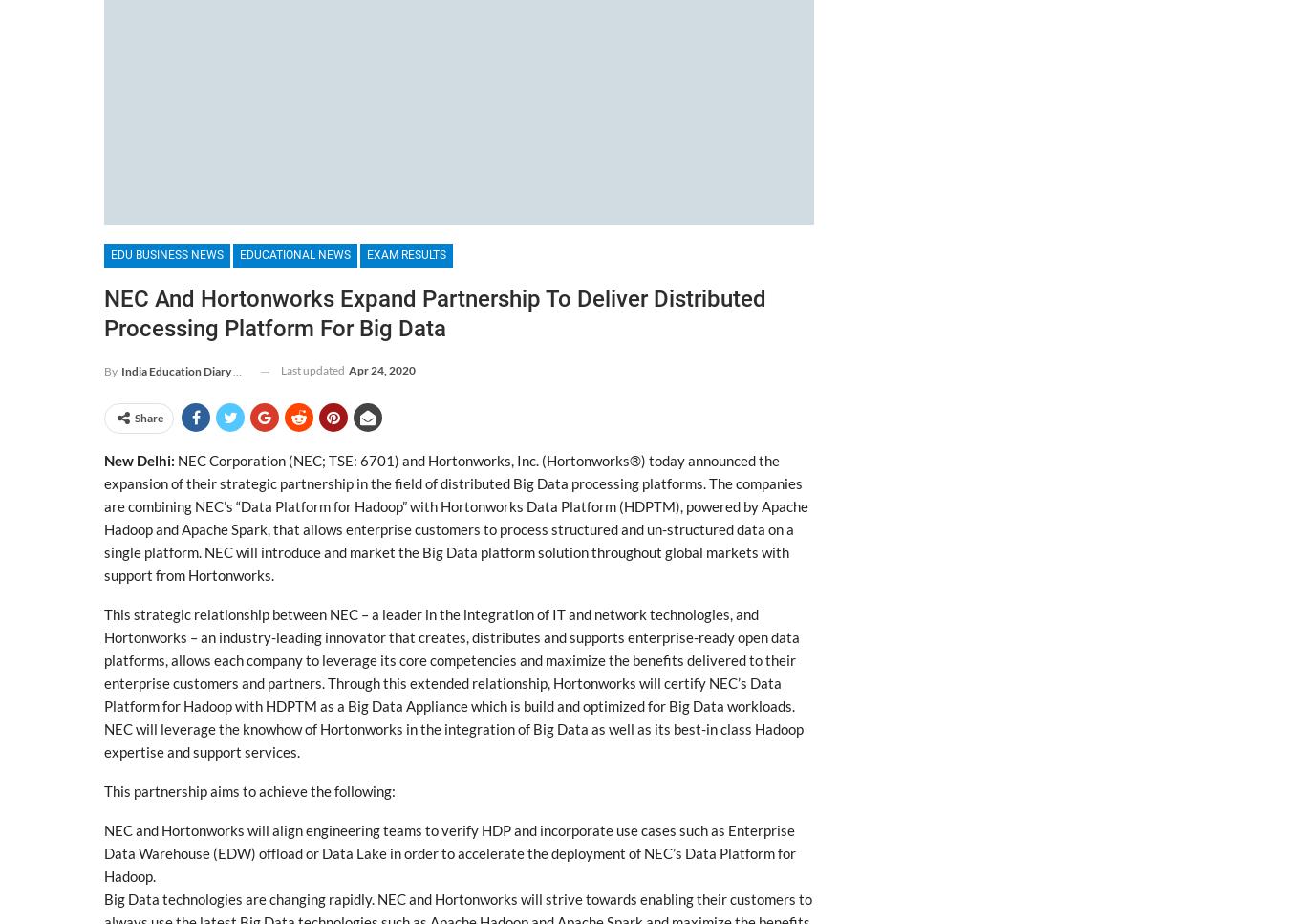 This screenshot has width=1290, height=924. Describe the element at coordinates (139, 460) in the screenshot. I see `'New Delhi:'` at that location.